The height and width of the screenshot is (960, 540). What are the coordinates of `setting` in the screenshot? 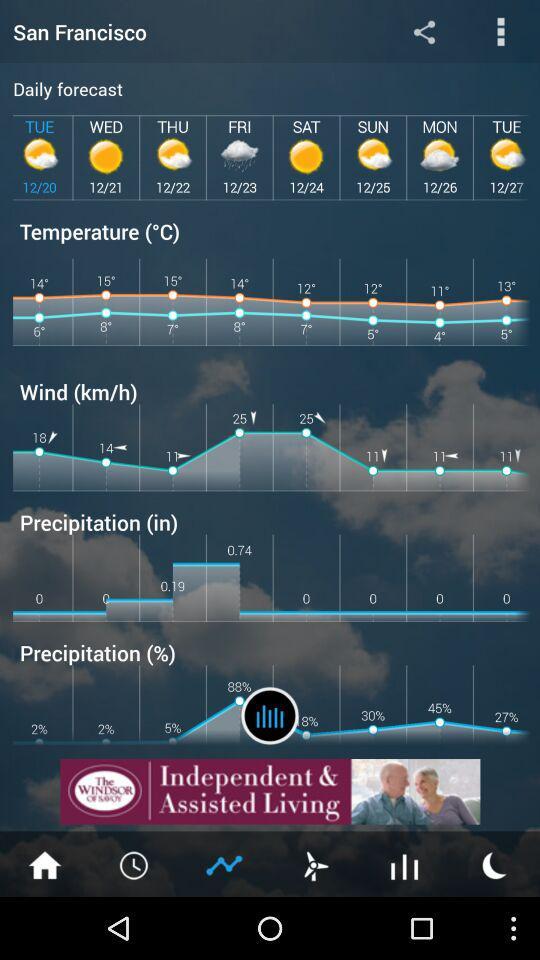 It's located at (423, 30).